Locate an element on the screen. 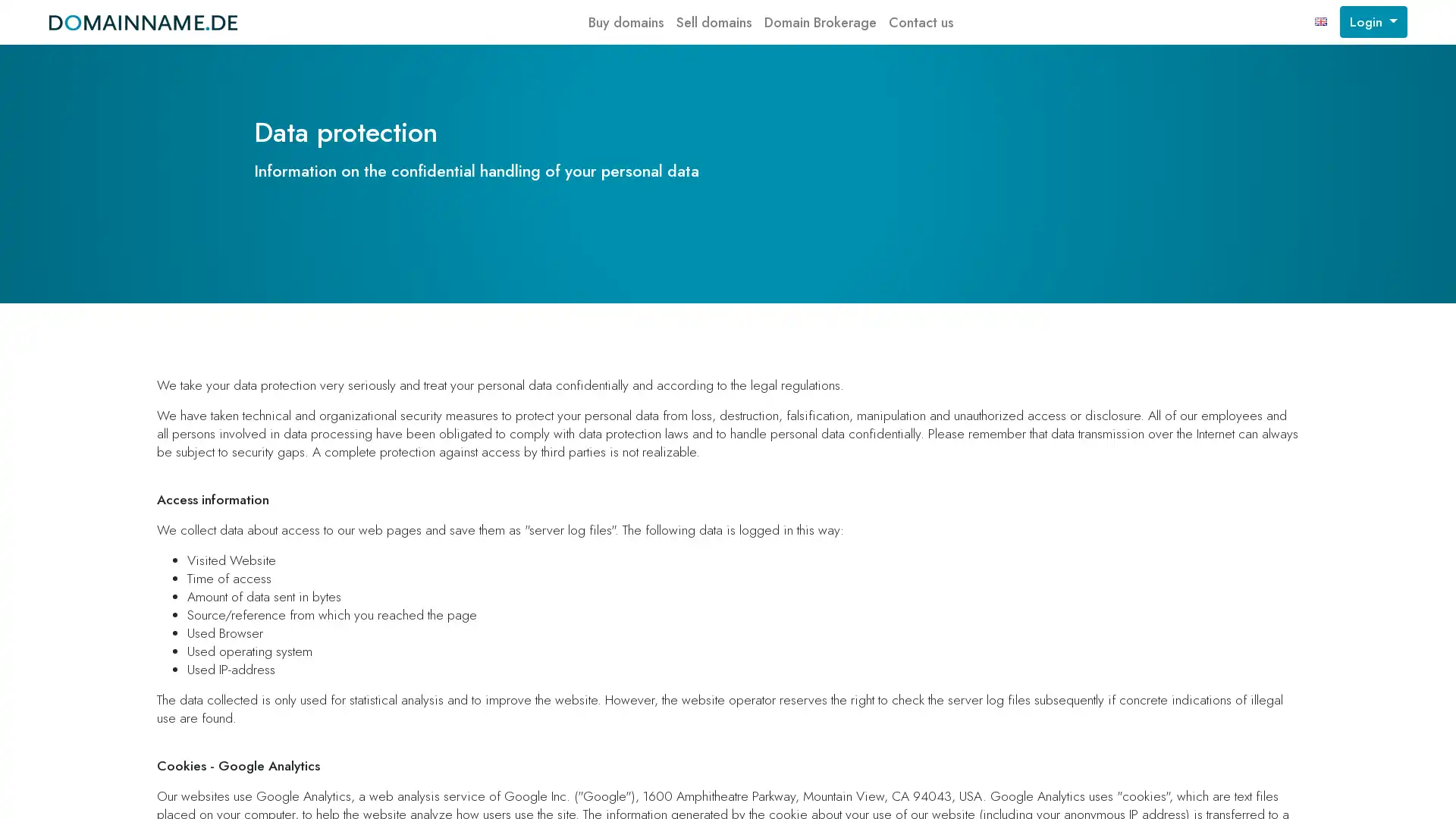  english is located at coordinates (1320, 22).